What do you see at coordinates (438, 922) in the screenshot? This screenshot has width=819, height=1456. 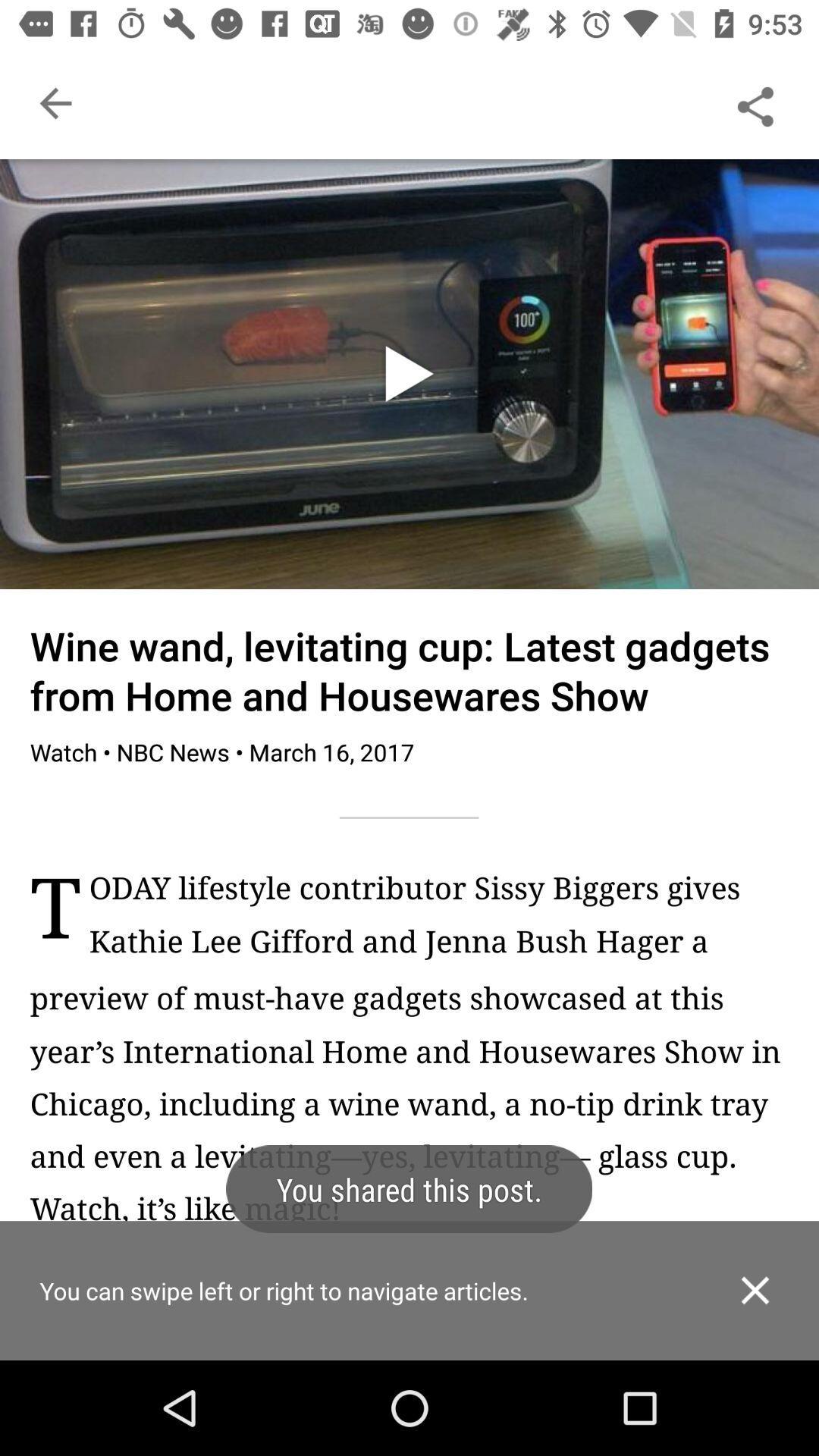 I see `the text which is in last post` at bounding box center [438, 922].